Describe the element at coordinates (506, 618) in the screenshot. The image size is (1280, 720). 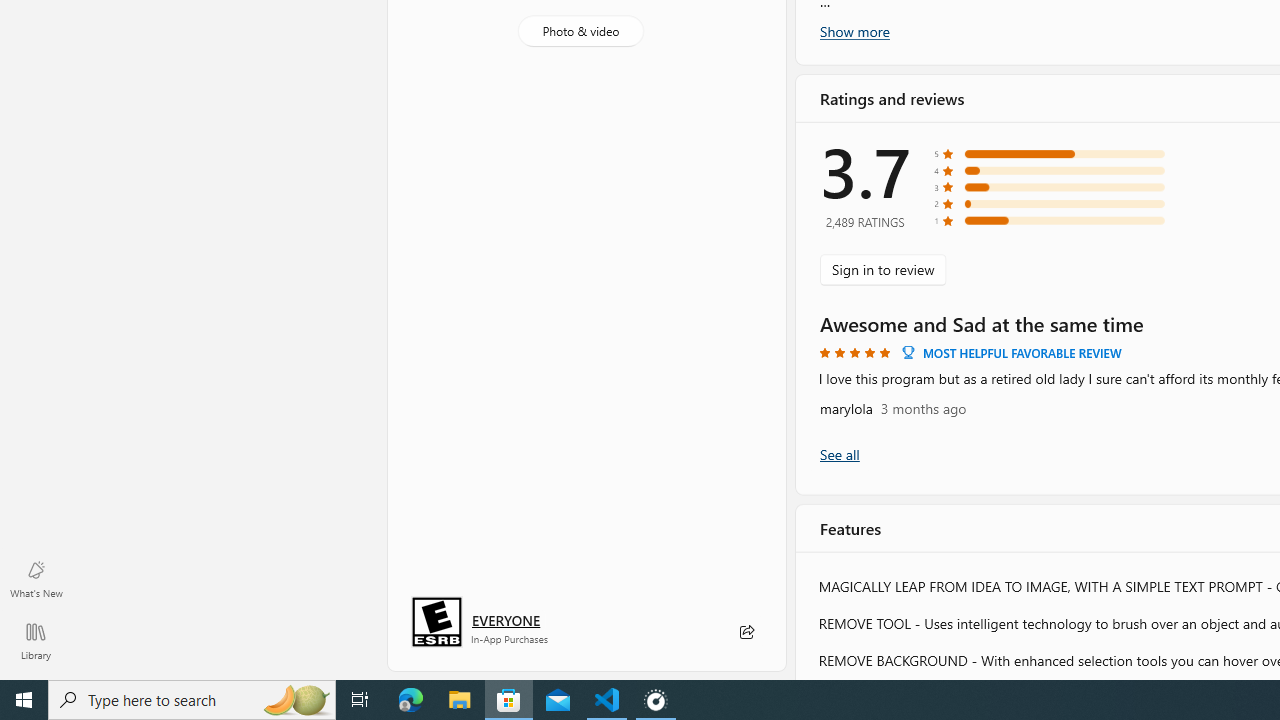
I see `'Age rating: EVERYONE. Click for more information.'` at that location.